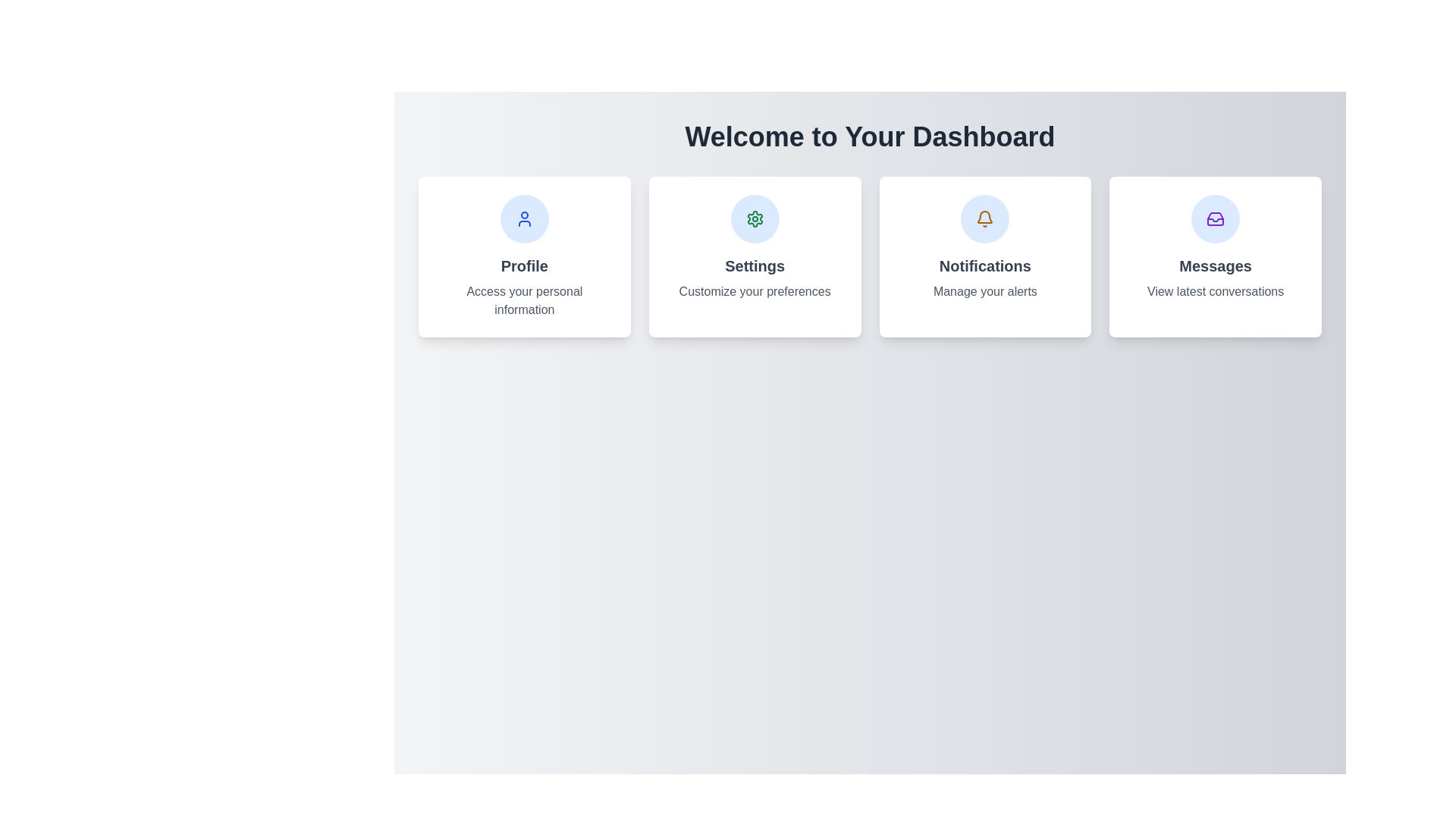 The width and height of the screenshot is (1456, 819). Describe the element at coordinates (1216, 219) in the screenshot. I see `the message icon located inside the rightmost card labeled 'Messages' in the dashboard grid, which is the fourth card in the row and centrally aligned near the top of the card` at that location.